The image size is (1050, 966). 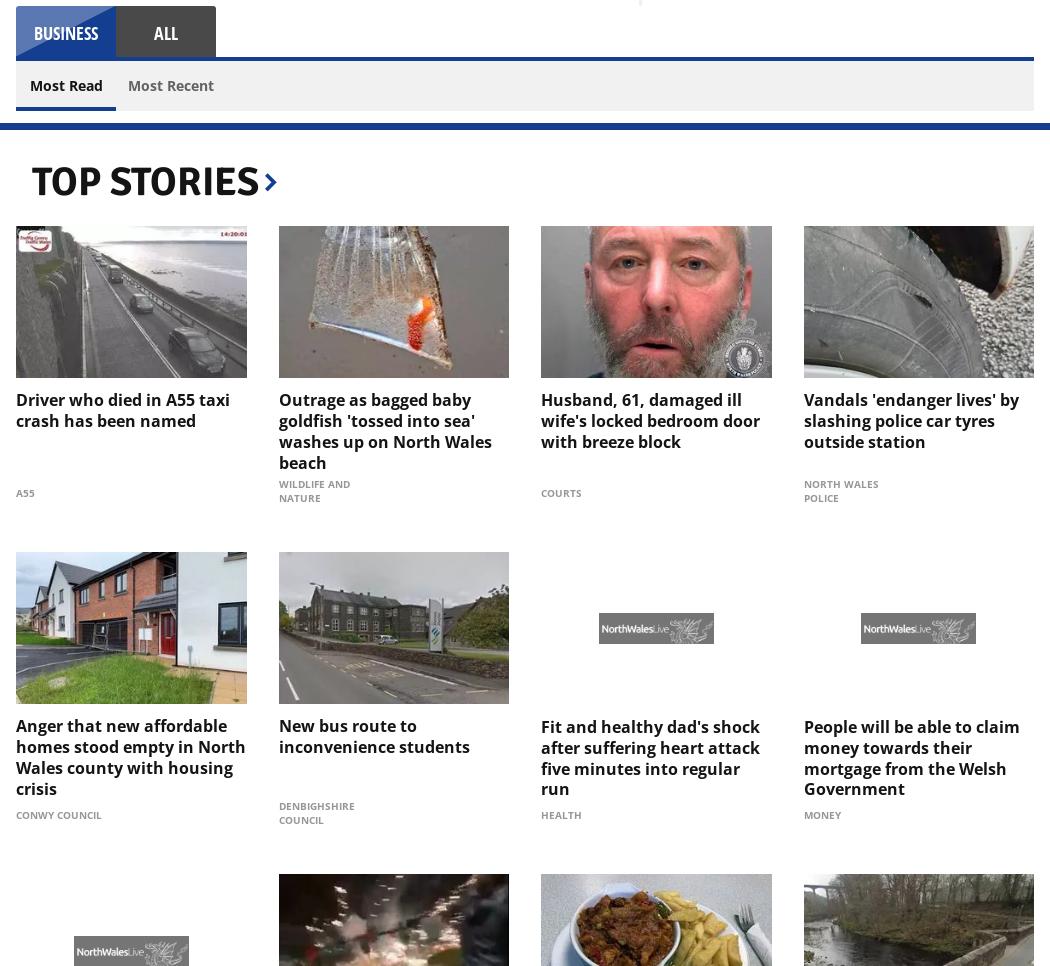 What do you see at coordinates (910, 757) in the screenshot?
I see `'People will be able to claim money towards their mortgage from the Welsh Government'` at bounding box center [910, 757].